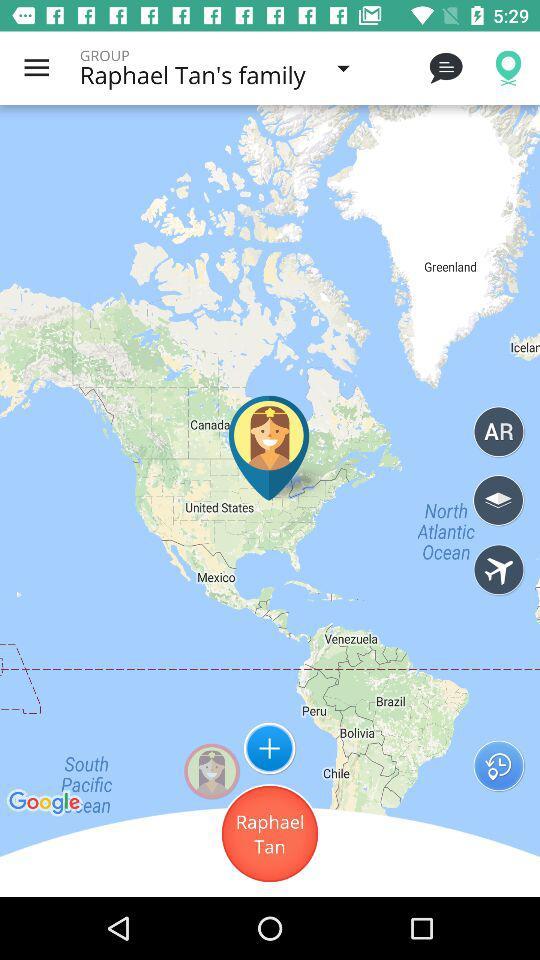 The height and width of the screenshot is (960, 540). Describe the element at coordinates (269, 747) in the screenshot. I see `the add icon` at that location.